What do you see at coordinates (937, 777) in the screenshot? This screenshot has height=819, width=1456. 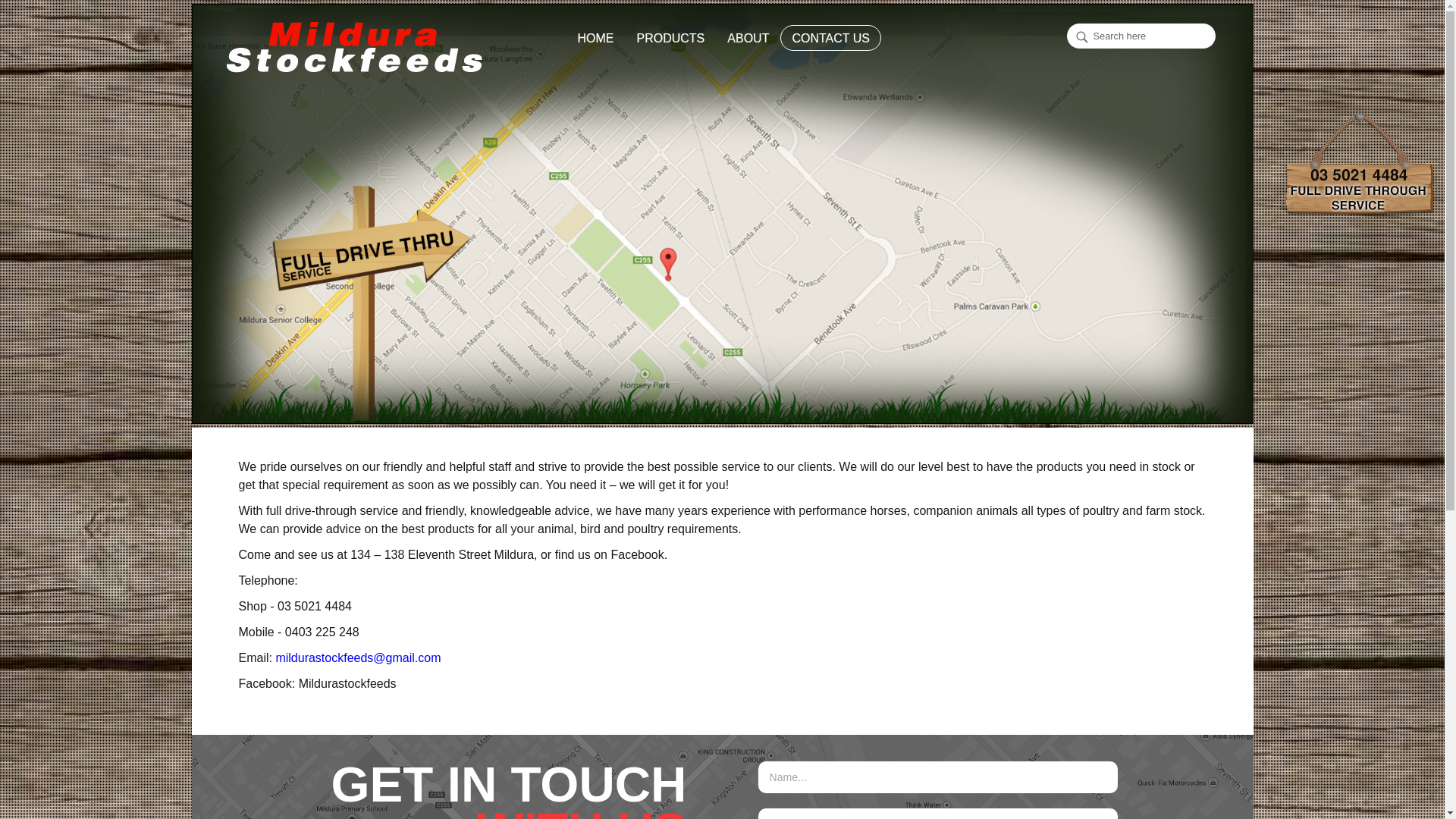 I see `'Name...'` at bounding box center [937, 777].